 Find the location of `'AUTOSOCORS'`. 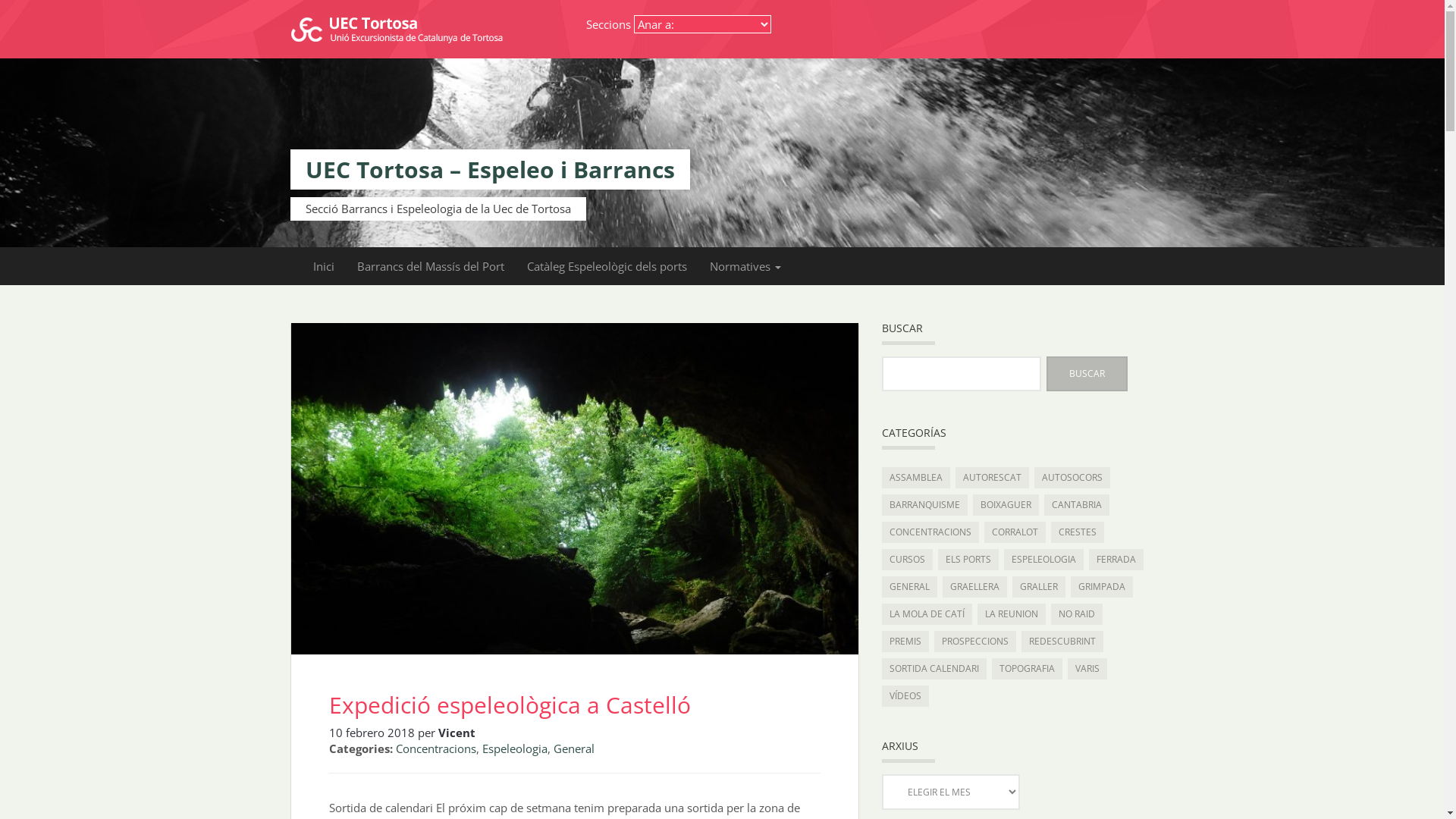

'AUTOSOCORS' is located at coordinates (1072, 476).